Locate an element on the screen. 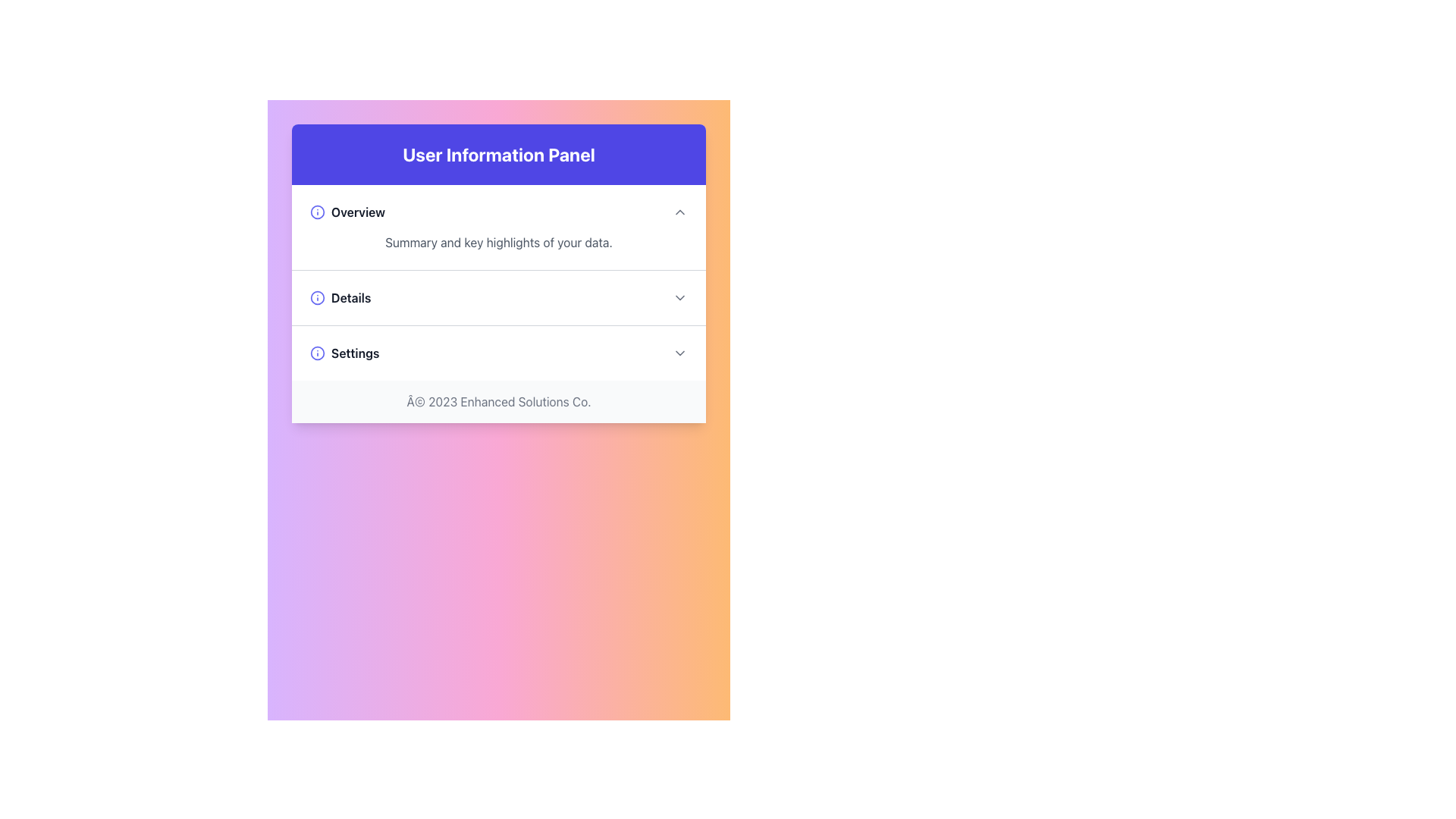  the 'Details' label, which is a bold dark gray text located centrally beneath the 'Overview' section is located at coordinates (340, 298).